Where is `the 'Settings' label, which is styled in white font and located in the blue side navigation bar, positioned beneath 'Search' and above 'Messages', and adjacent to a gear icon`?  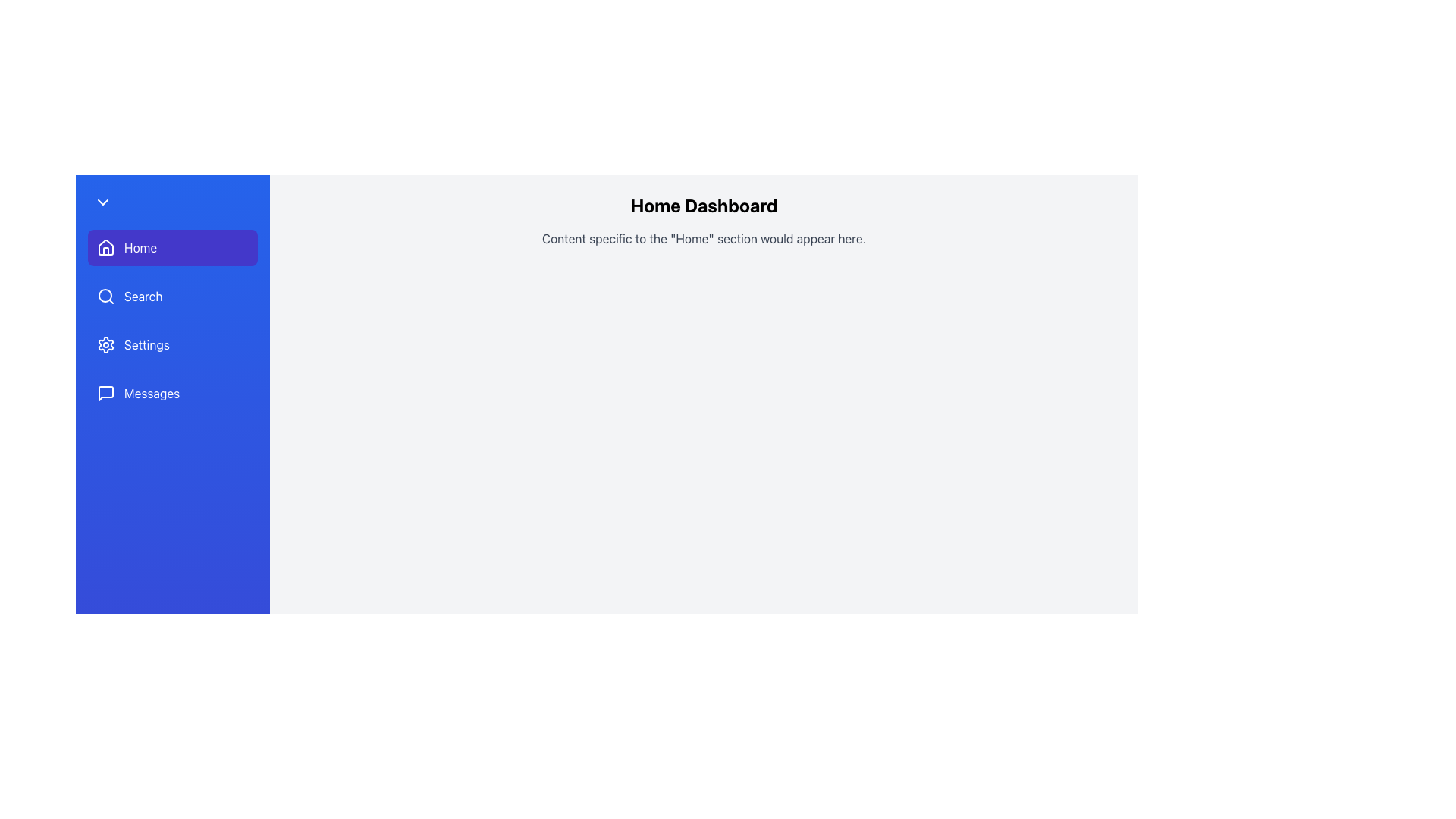
the 'Settings' label, which is styled in white font and located in the blue side navigation bar, positioned beneath 'Search' and above 'Messages', and adjacent to a gear icon is located at coordinates (146, 345).